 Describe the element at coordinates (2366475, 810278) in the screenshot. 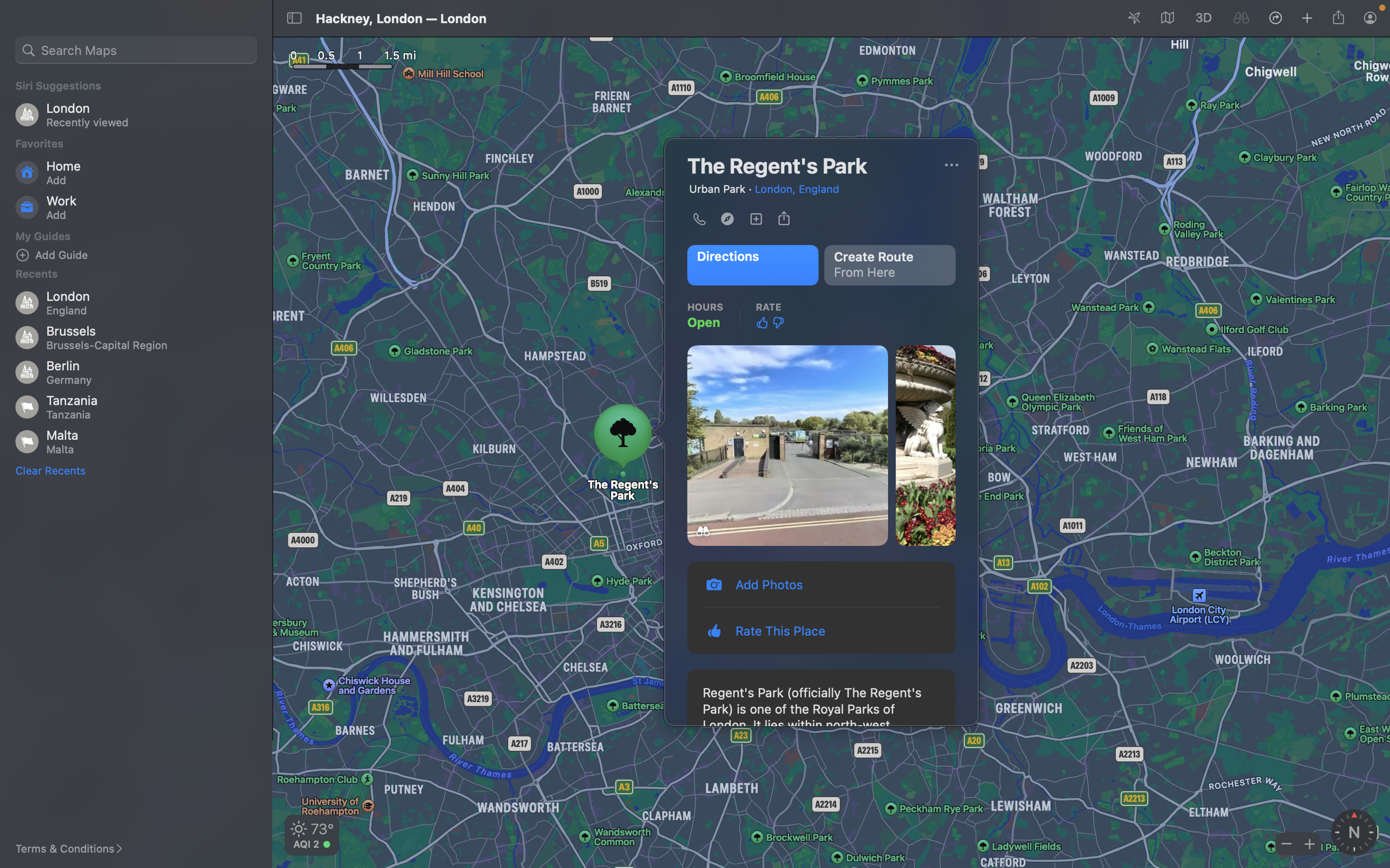

I see `read description of the Regents park` at that location.